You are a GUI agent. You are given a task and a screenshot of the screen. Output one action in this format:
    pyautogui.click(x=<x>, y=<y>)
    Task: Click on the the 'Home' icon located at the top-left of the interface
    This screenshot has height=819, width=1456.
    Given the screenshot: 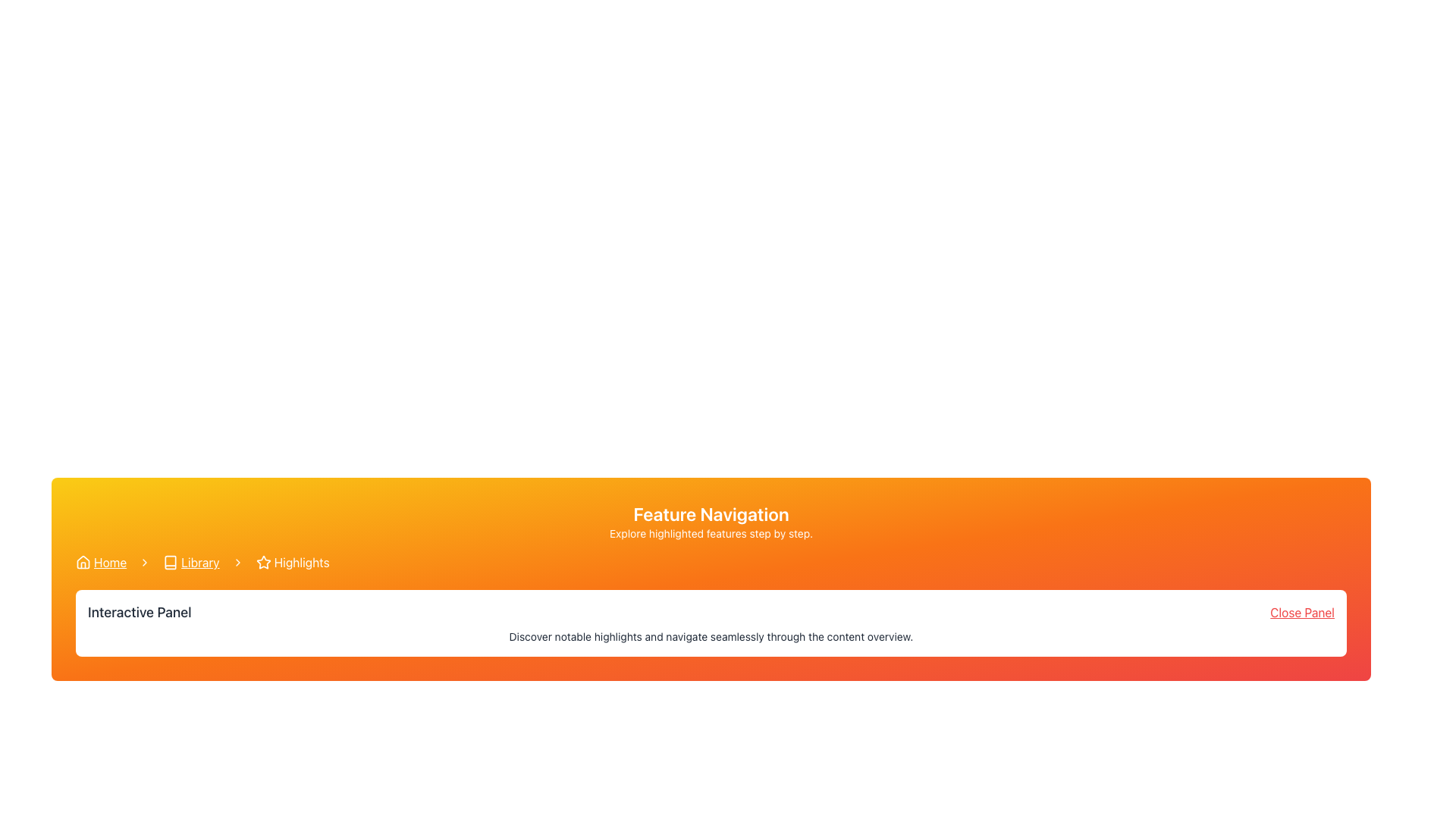 What is the action you would take?
    pyautogui.click(x=83, y=562)
    